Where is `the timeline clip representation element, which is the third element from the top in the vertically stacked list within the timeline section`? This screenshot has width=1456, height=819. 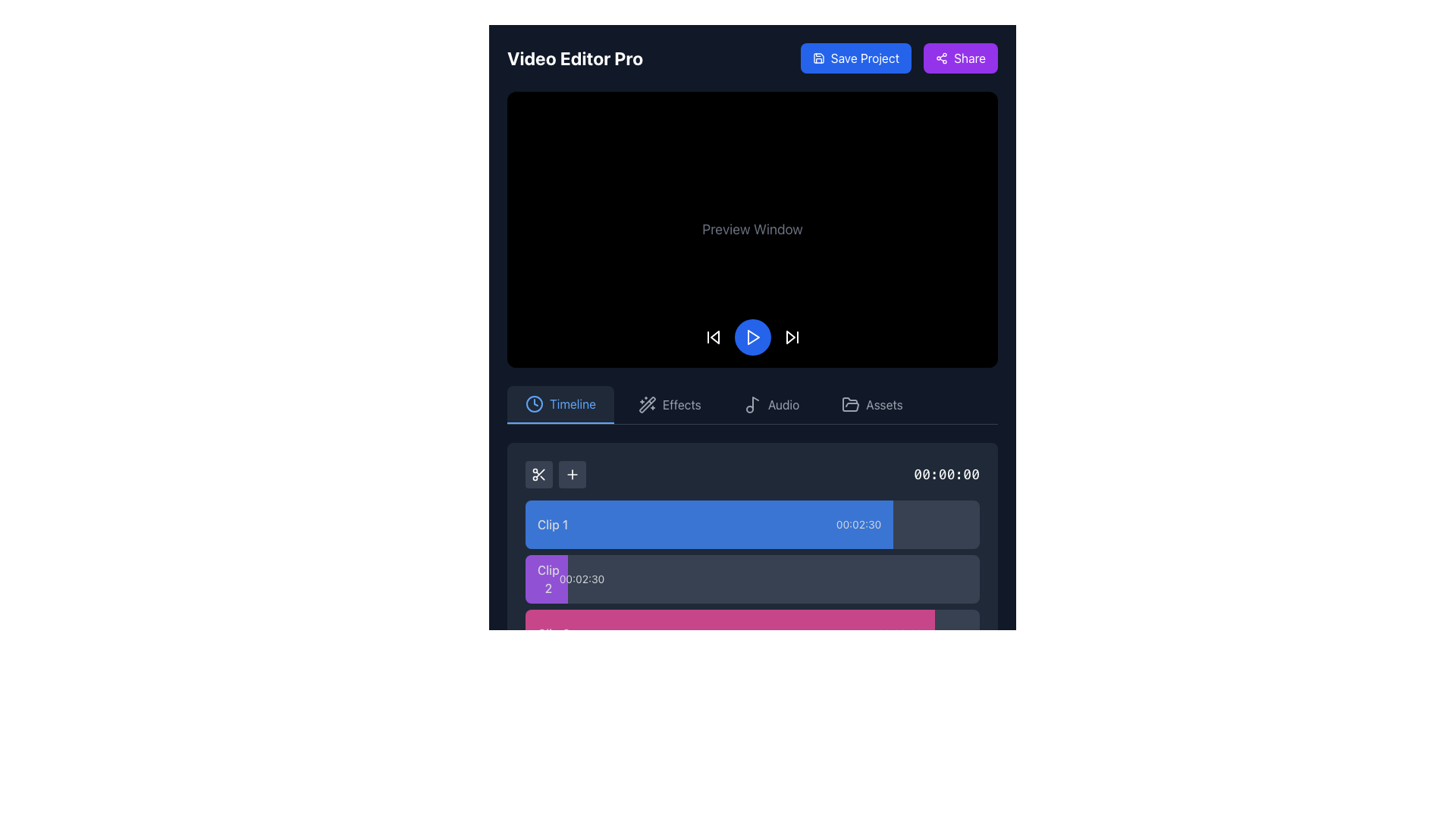 the timeline clip representation element, which is the third element from the top in the vertically stacked list within the timeline section is located at coordinates (752, 633).